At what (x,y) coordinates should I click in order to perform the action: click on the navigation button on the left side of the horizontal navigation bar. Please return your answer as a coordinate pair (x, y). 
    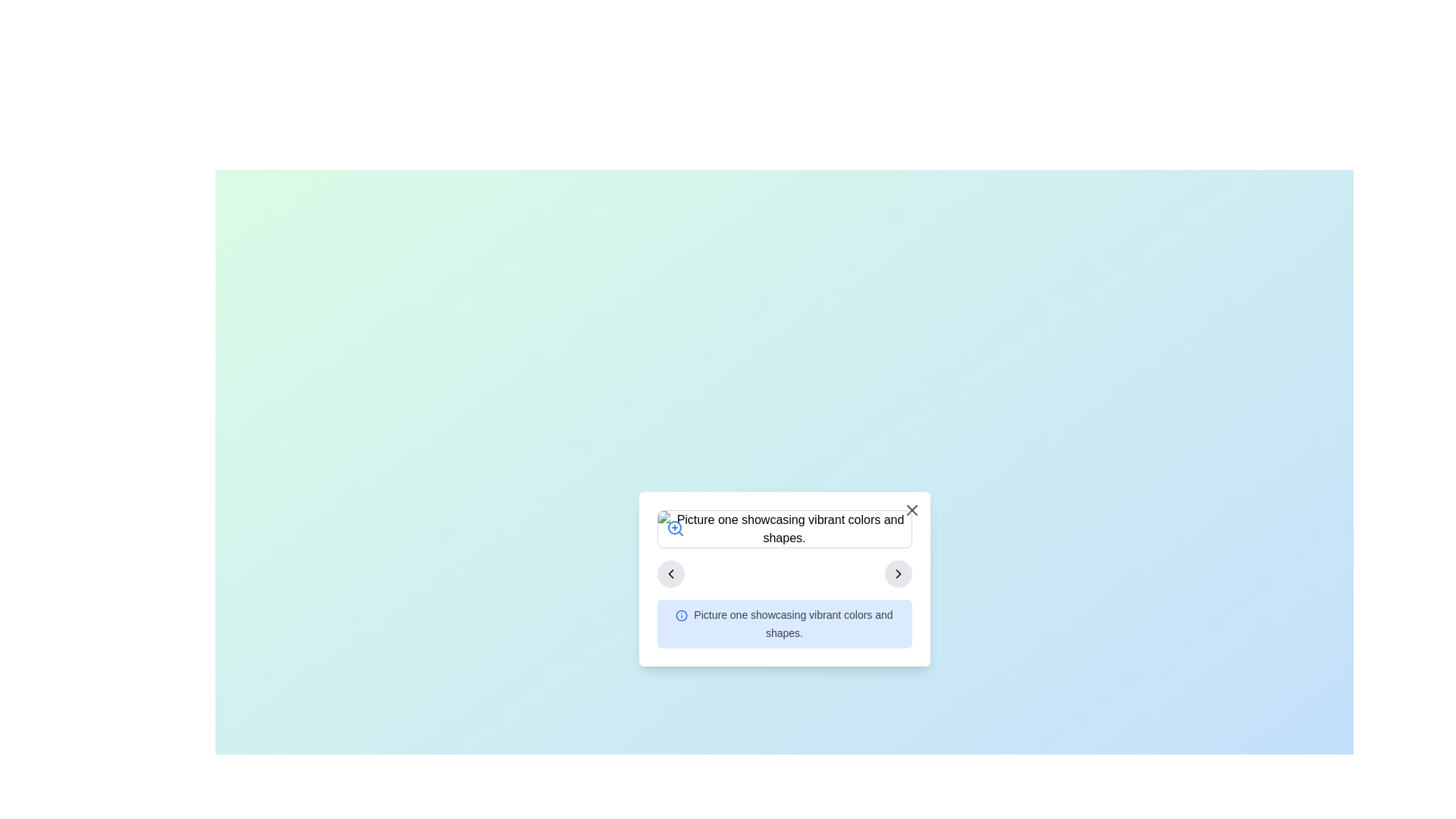
    Looking at the image, I should click on (670, 573).